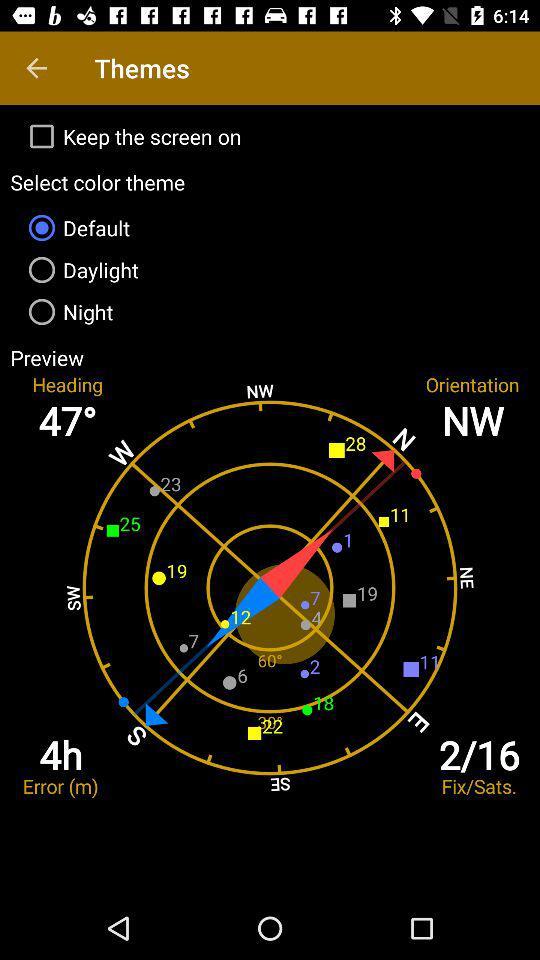 This screenshot has height=960, width=540. Describe the element at coordinates (270, 312) in the screenshot. I see `item above the preview item` at that location.